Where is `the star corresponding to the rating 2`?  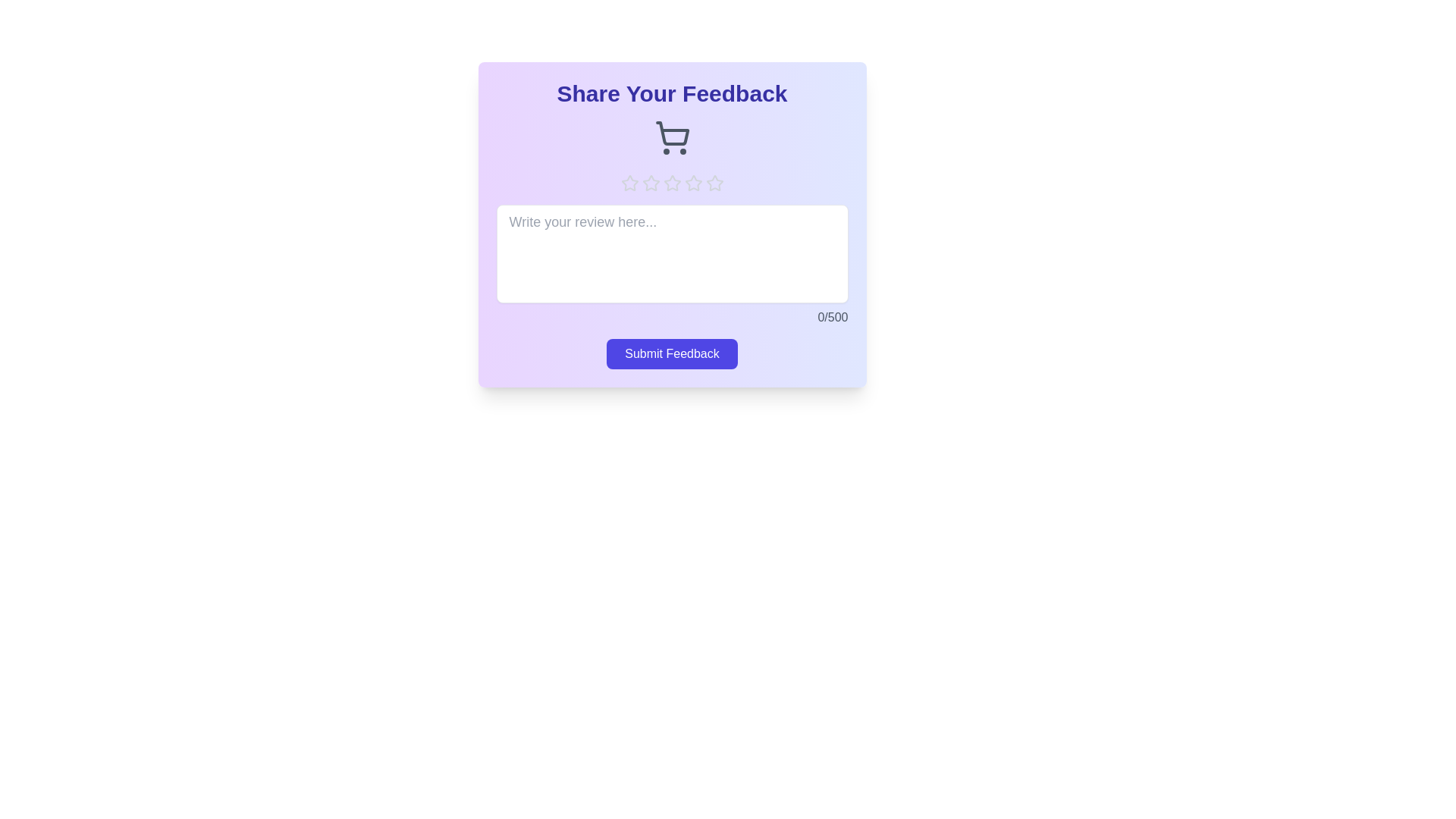
the star corresponding to the rating 2 is located at coordinates (651, 183).